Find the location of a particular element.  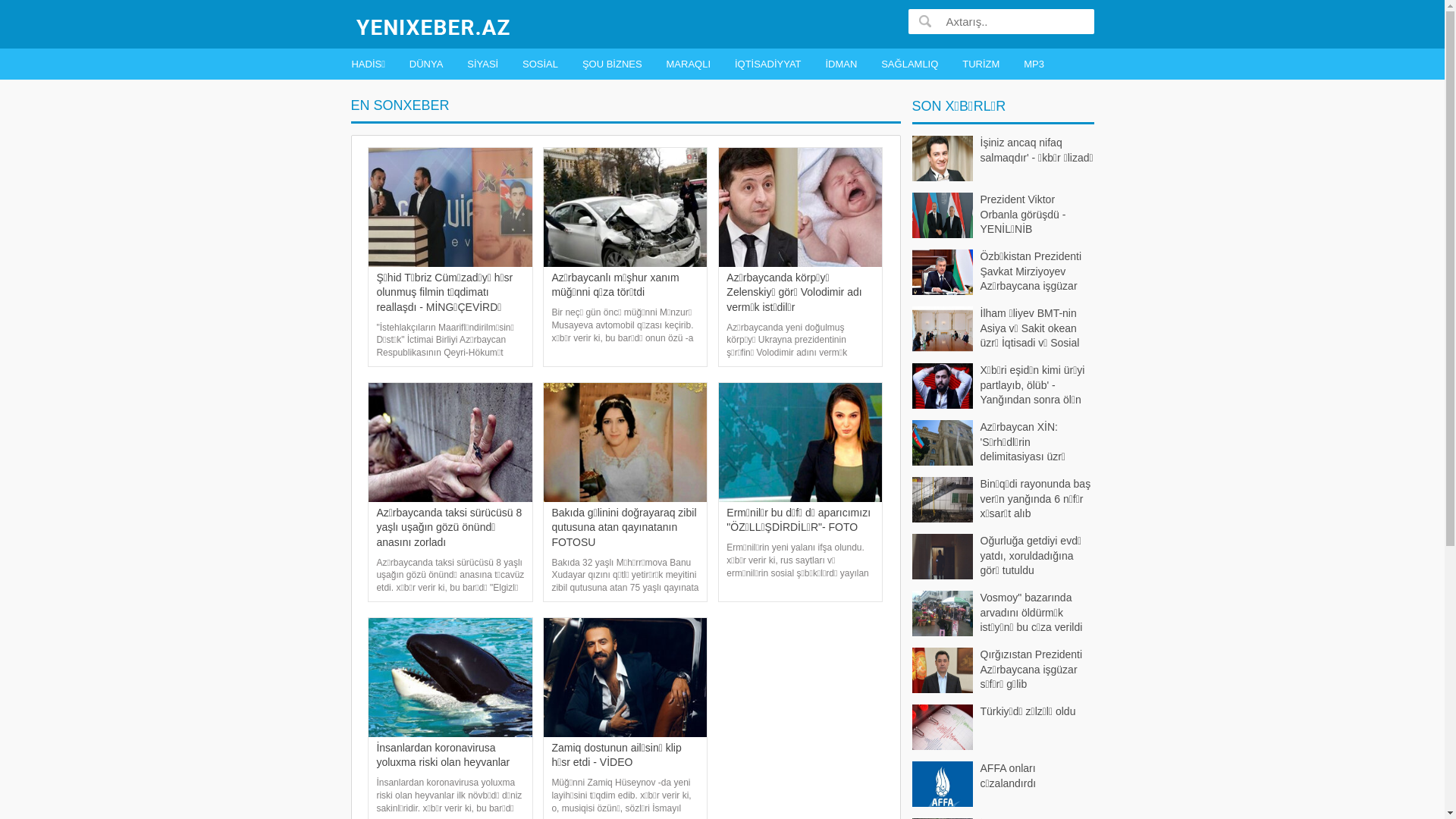

'SOSIAL' is located at coordinates (517, 63).